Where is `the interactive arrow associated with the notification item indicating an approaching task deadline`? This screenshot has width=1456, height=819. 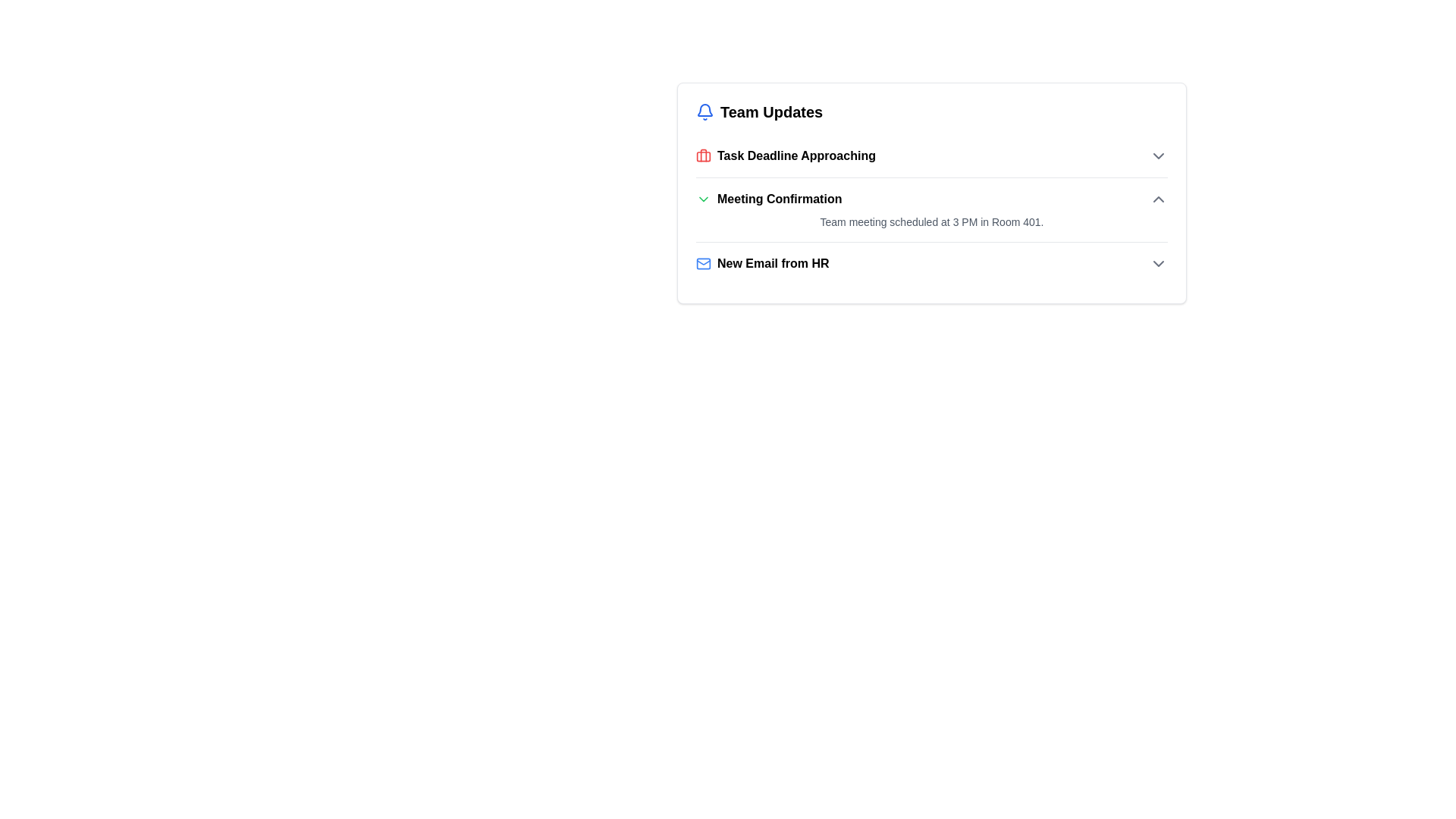
the interactive arrow associated with the notification item indicating an approaching task deadline is located at coordinates (930, 155).